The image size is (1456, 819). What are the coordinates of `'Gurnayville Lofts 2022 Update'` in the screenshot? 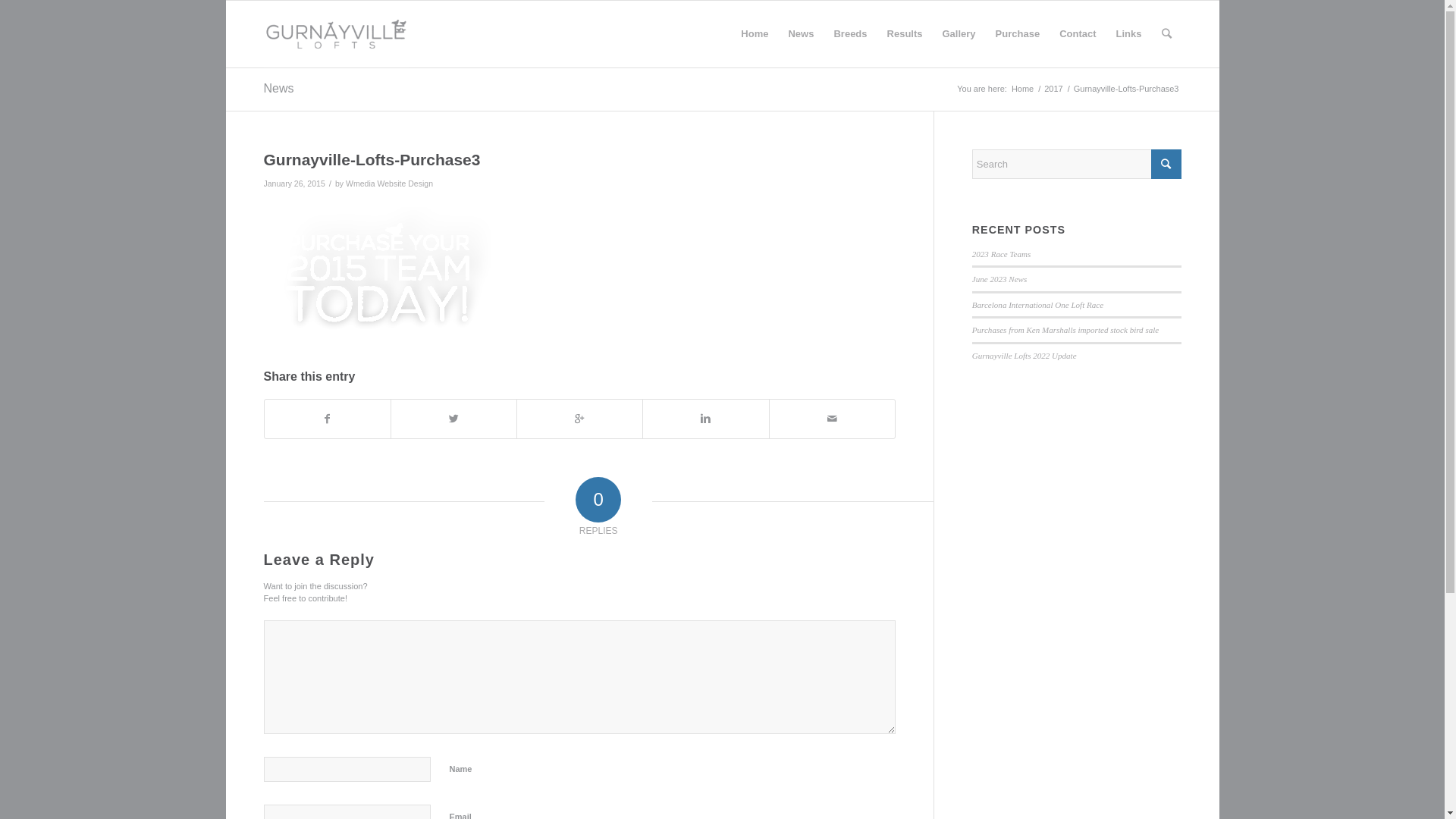 It's located at (1024, 356).